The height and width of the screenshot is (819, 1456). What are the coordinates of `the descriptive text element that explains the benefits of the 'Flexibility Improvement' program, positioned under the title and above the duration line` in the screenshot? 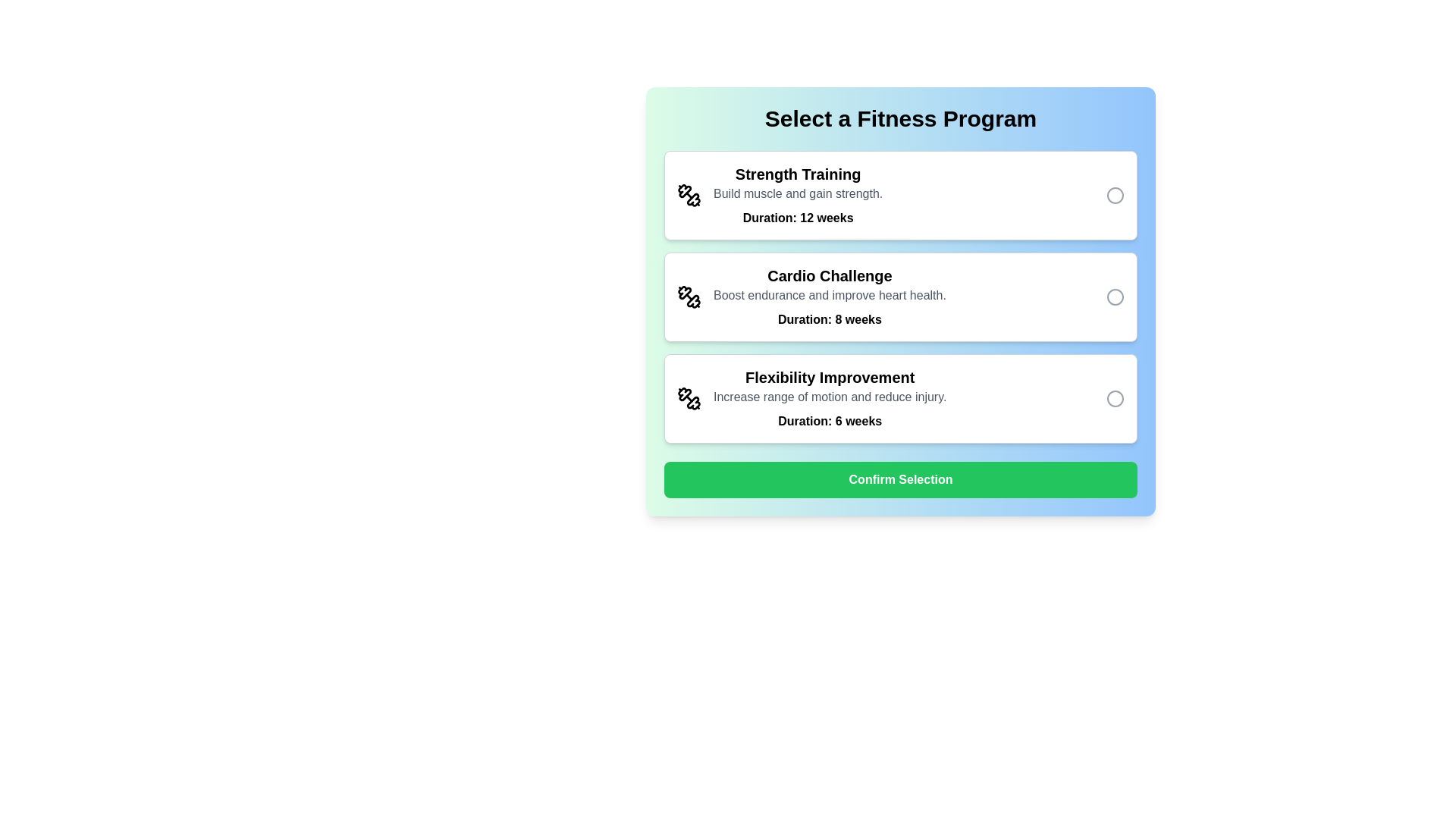 It's located at (829, 397).